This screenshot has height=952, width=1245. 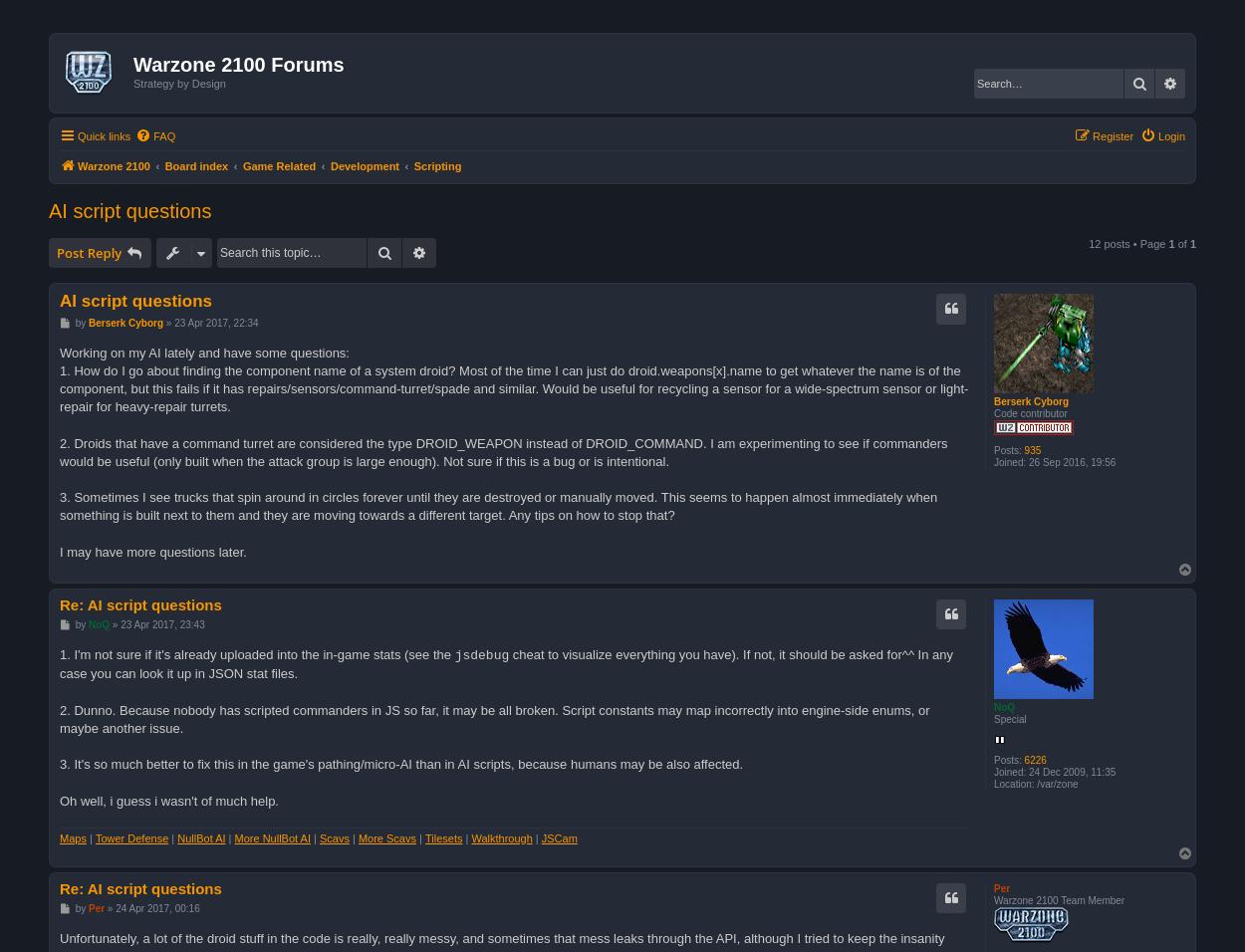 What do you see at coordinates (501, 836) in the screenshot?
I see `'Walkthrough'` at bounding box center [501, 836].